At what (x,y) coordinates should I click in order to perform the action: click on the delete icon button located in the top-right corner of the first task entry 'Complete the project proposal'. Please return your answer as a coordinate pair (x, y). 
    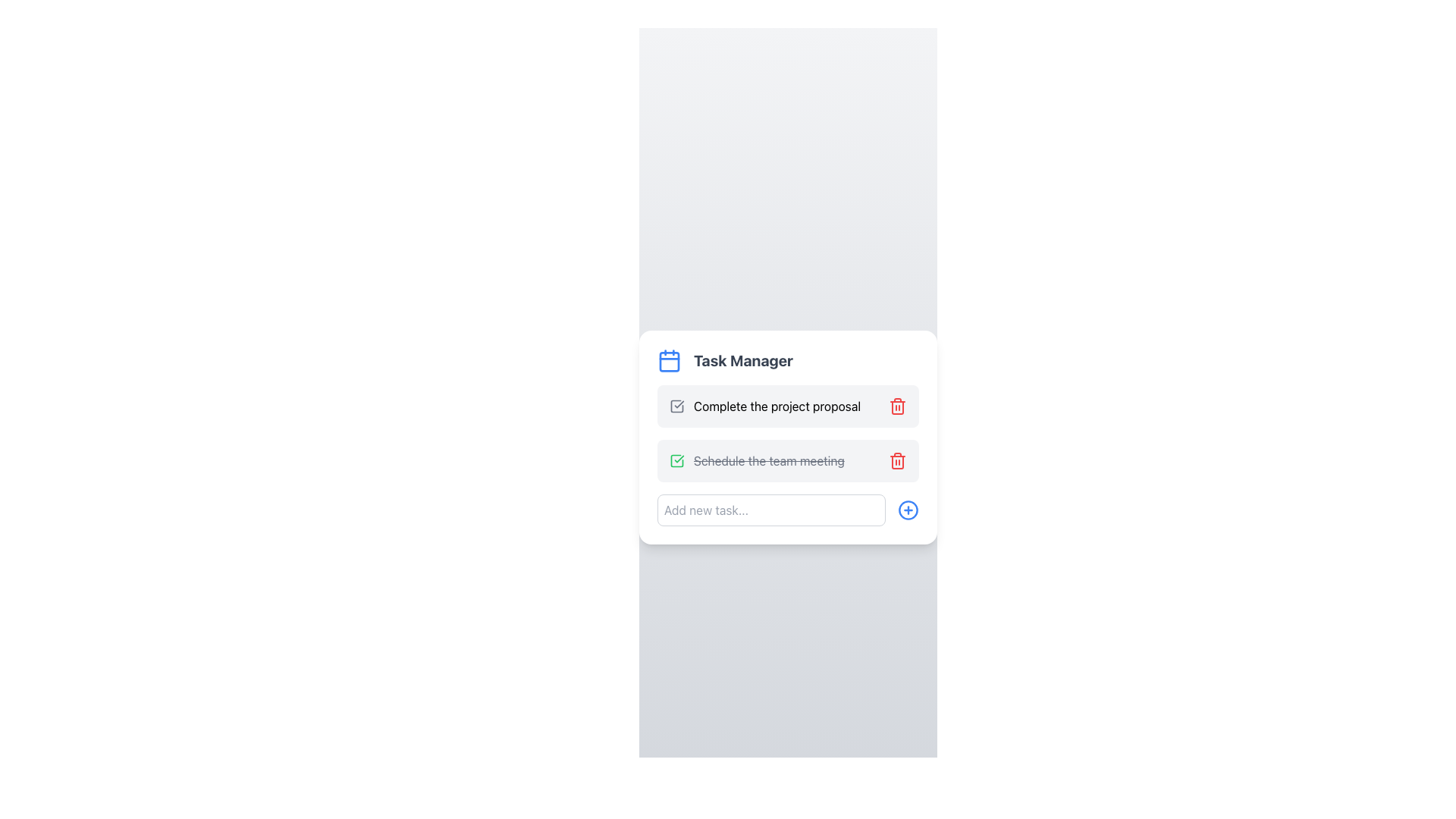
    Looking at the image, I should click on (898, 406).